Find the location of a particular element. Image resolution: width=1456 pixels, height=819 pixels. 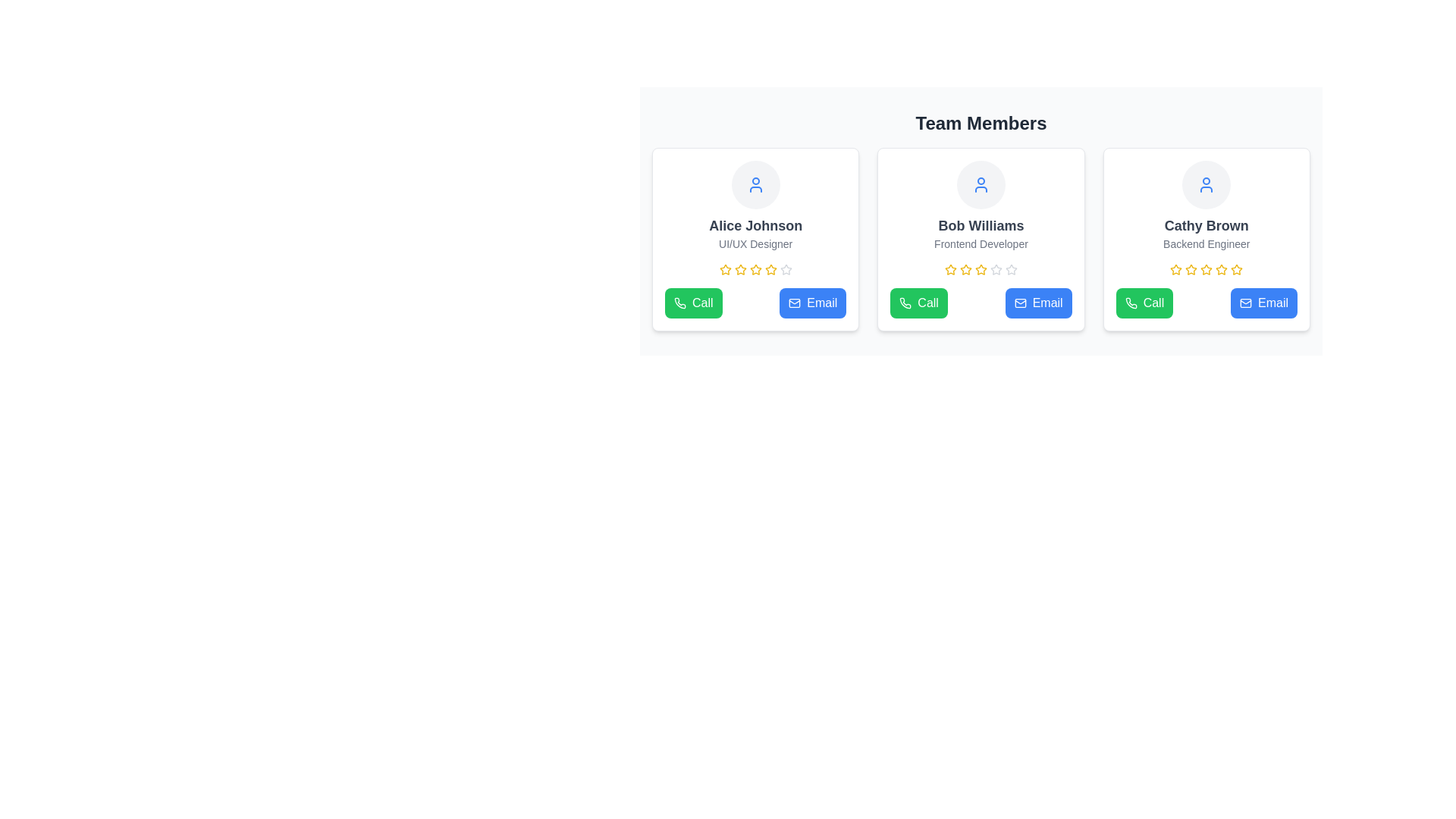

the third star icon from the left in a horizontal row of five star icons located beneath the profile details of Alice Johnson, UI/UX Designer is located at coordinates (740, 268).